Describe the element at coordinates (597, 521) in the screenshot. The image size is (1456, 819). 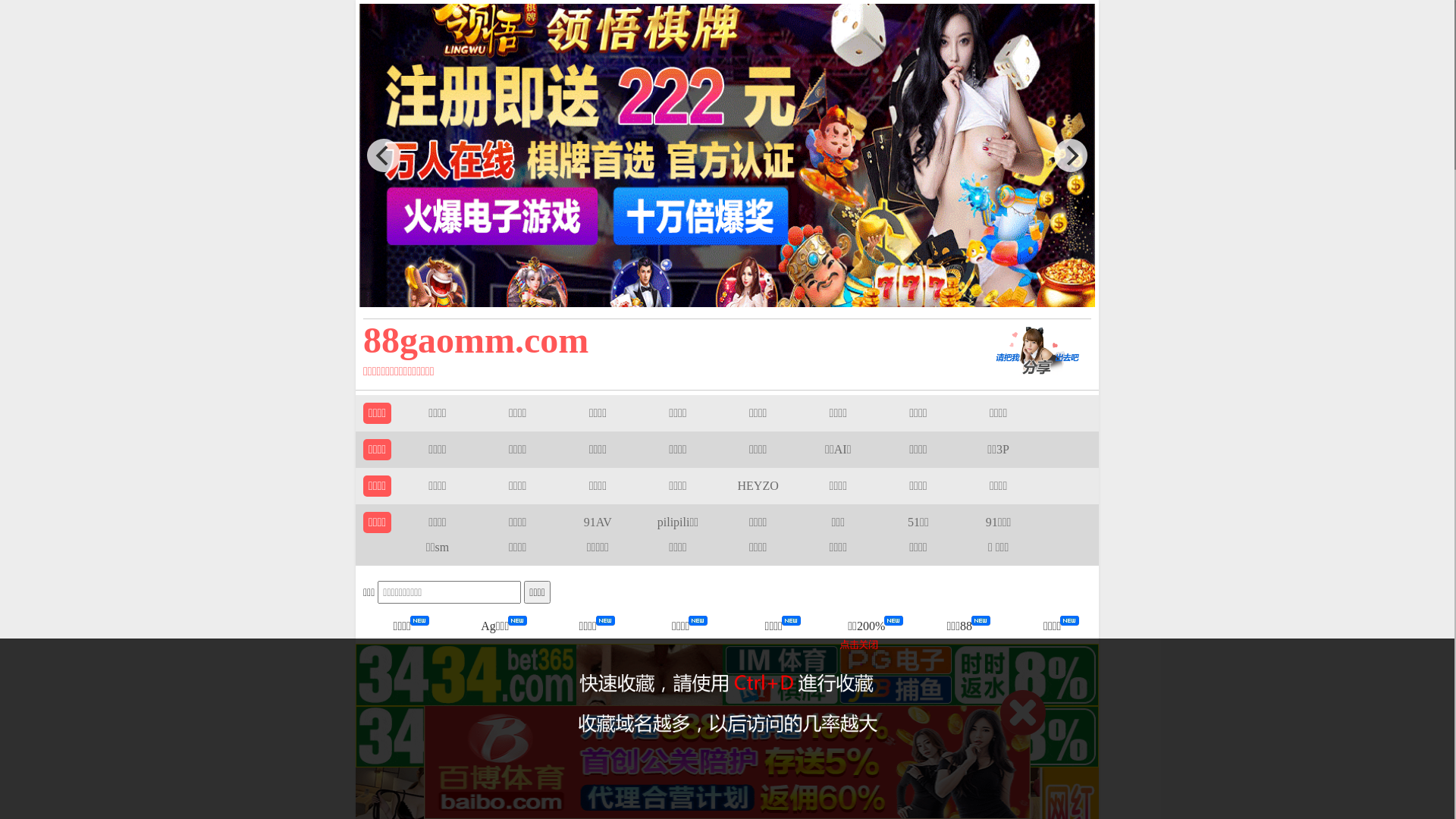
I see `'91AV'` at that location.